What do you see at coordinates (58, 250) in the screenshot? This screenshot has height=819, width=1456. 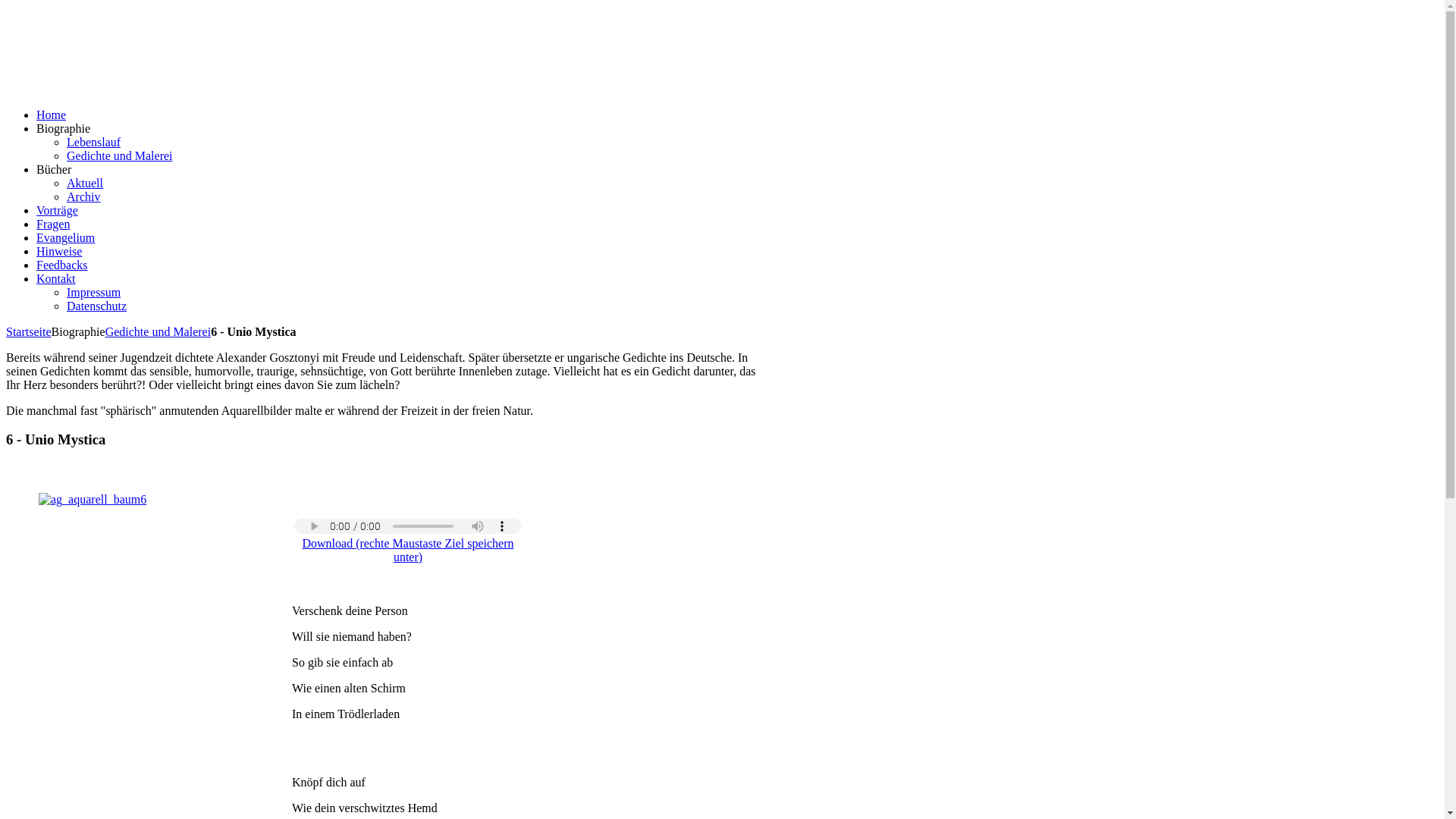 I see `'Hinweise'` at bounding box center [58, 250].